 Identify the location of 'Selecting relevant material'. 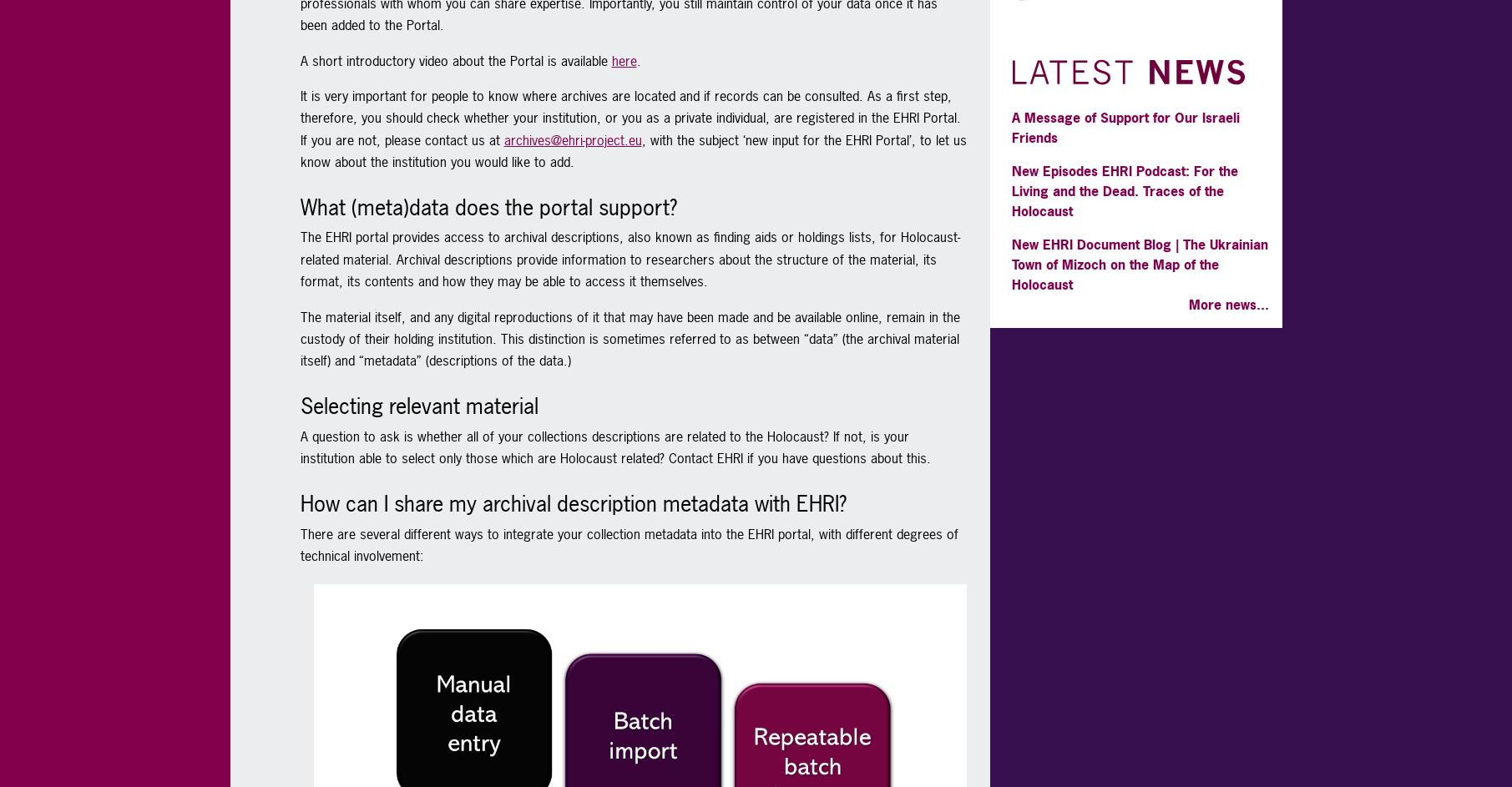
(418, 405).